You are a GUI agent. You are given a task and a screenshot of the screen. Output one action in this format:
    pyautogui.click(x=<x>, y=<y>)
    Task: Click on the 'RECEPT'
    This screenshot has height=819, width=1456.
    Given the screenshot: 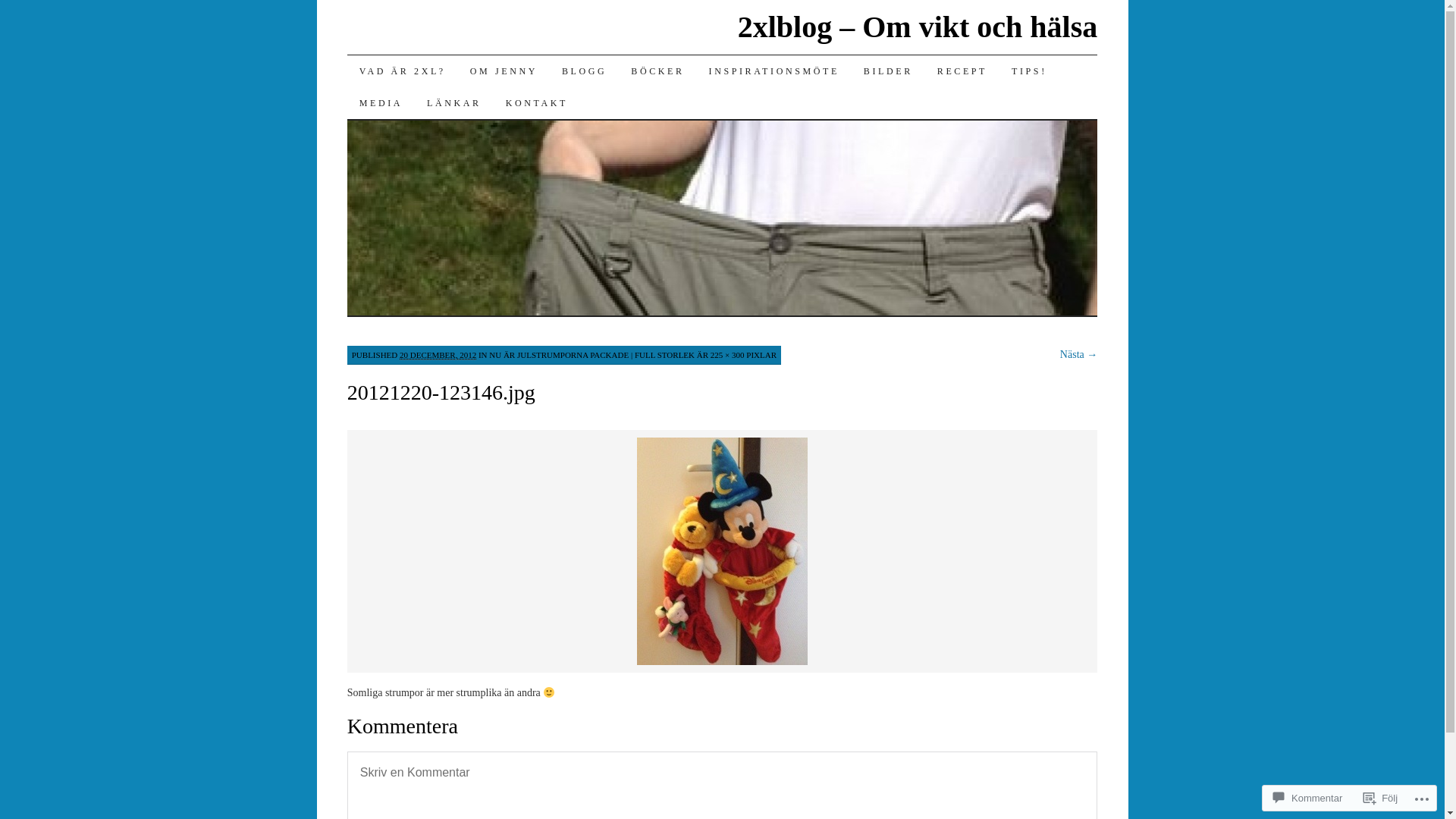 What is the action you would take?
    pyautogui.click(x=961, y=71)
    